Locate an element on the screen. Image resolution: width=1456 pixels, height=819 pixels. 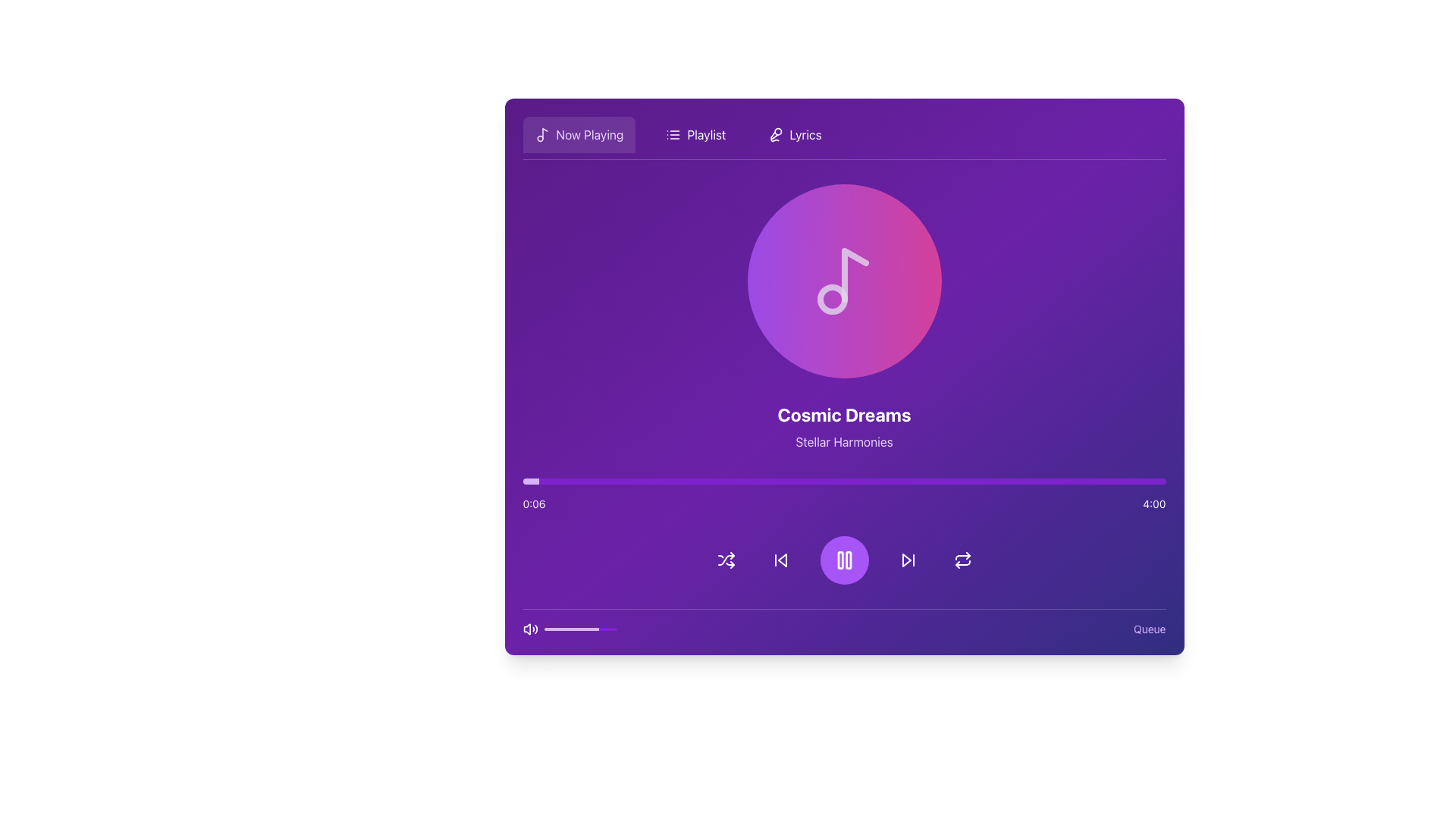
the 'Playlist' button, which is located in the top bar between the 'Now Playing' and 'Lyrics' buttons is located at coordinates (695, 133).